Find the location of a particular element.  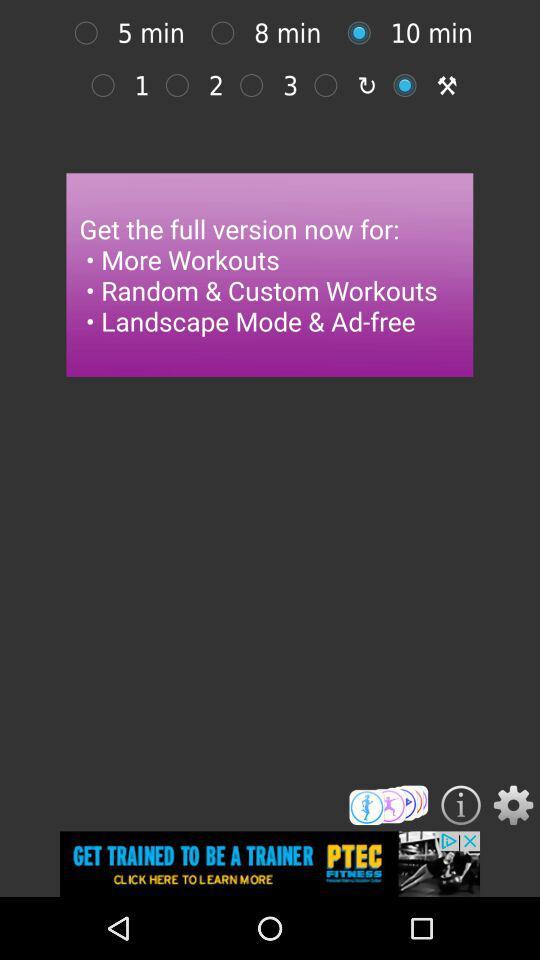

2 min is located at coordinates (182, 85).